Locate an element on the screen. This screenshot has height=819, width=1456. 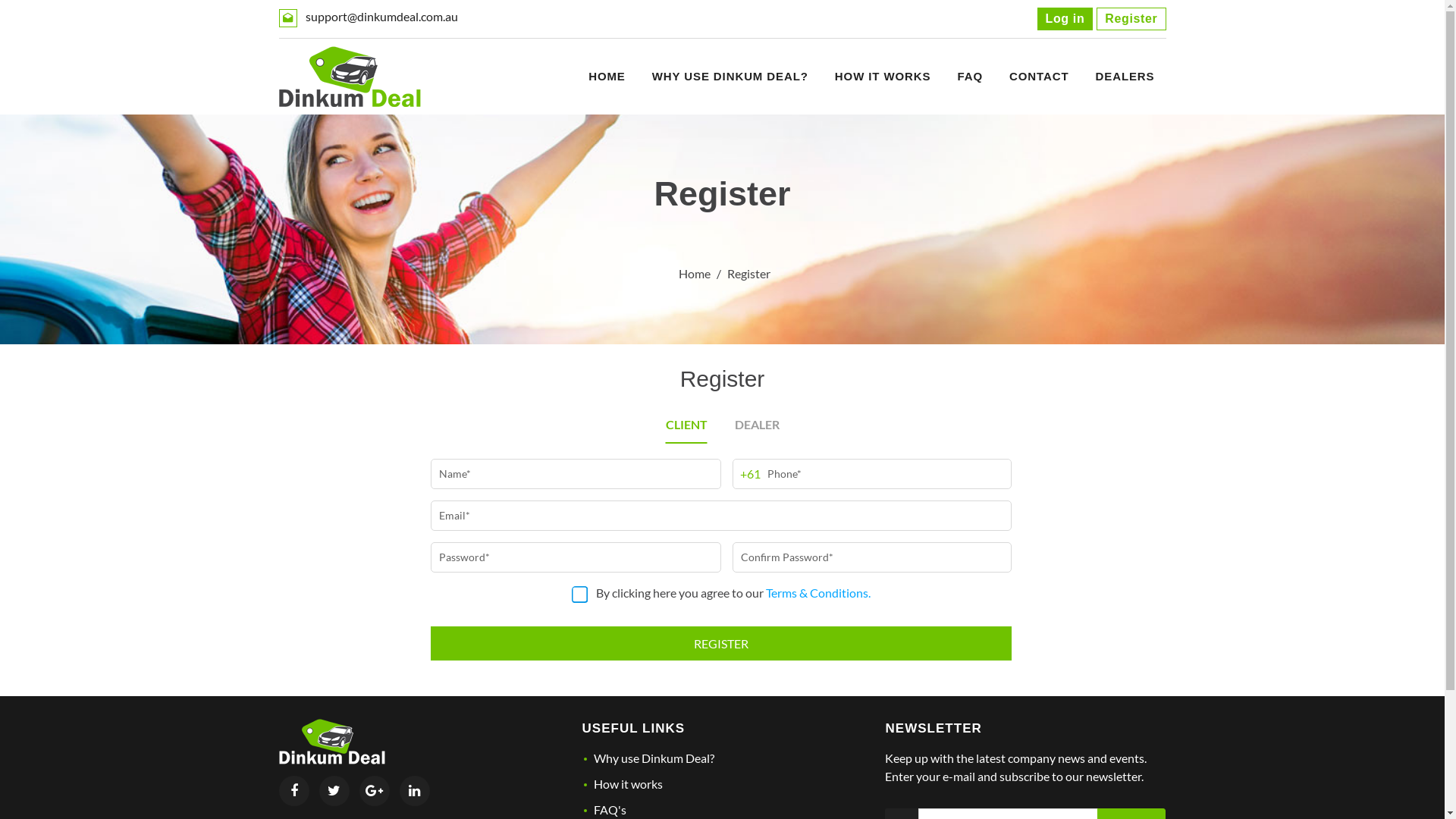
'Why use Dinkum Deal?' is located at coordinates (653, 758).